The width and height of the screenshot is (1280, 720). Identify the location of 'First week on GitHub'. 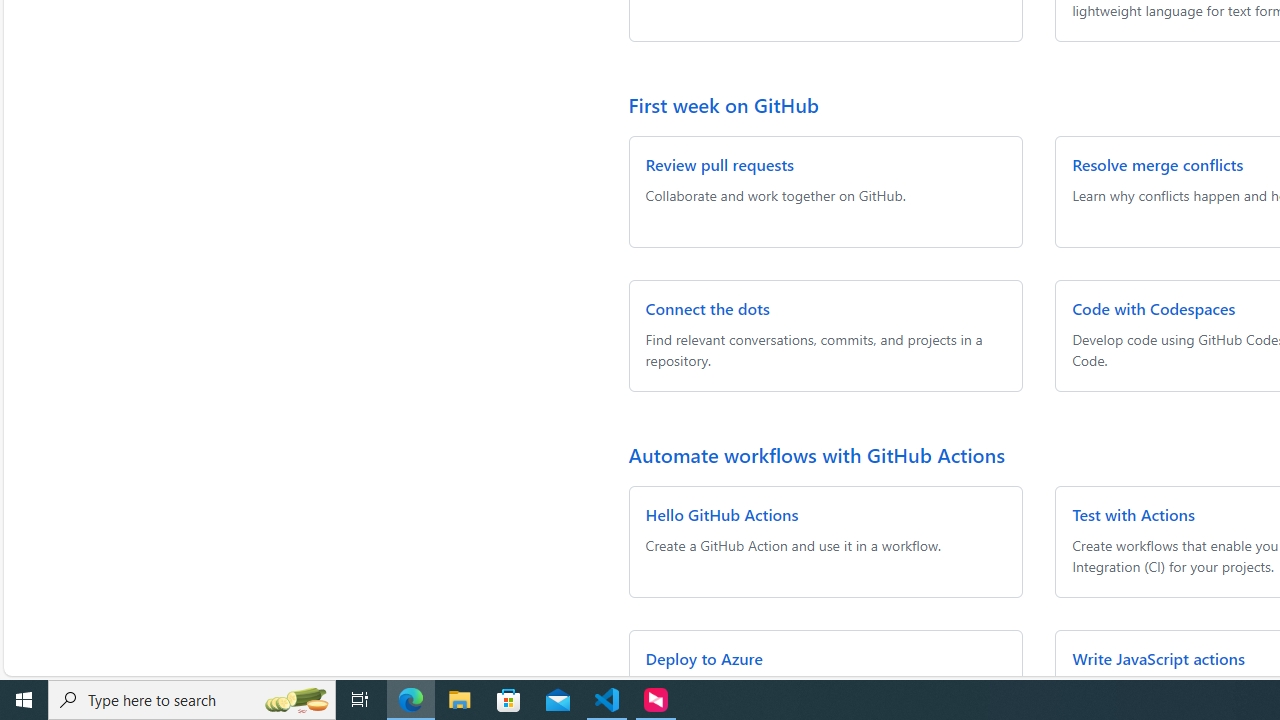
(722, 104).